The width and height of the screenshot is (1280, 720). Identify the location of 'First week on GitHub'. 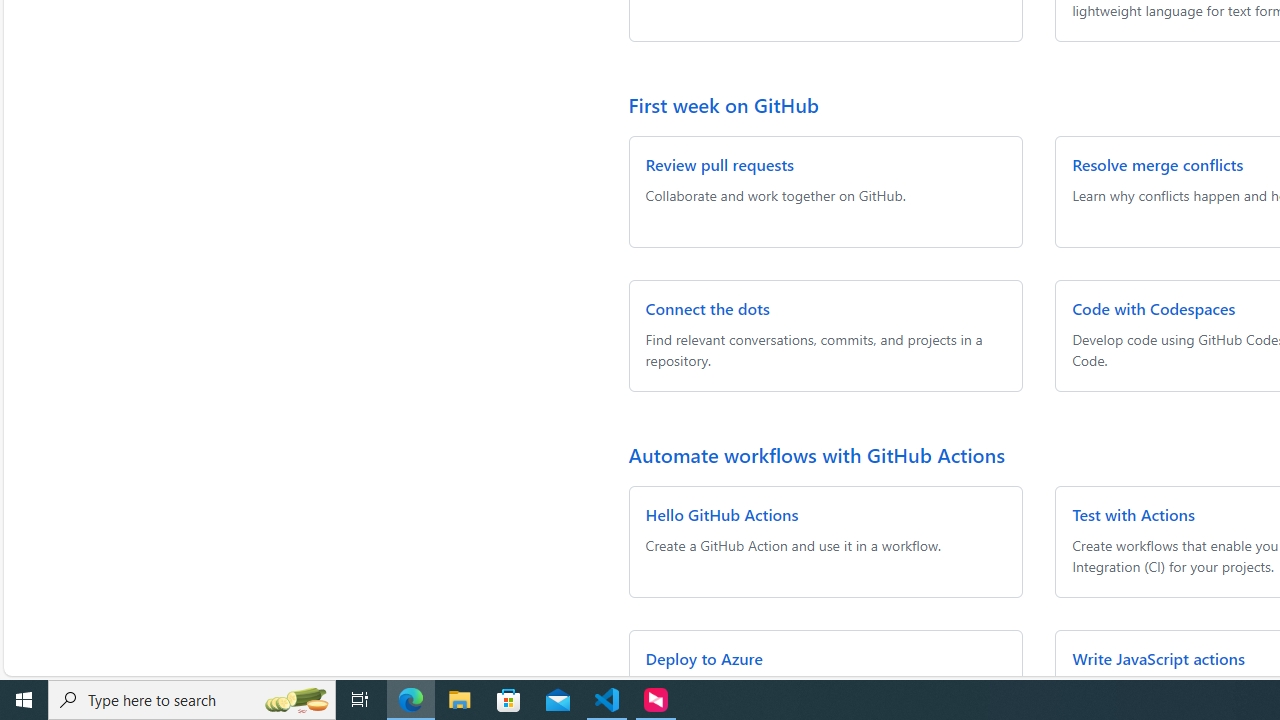
(722, 104).